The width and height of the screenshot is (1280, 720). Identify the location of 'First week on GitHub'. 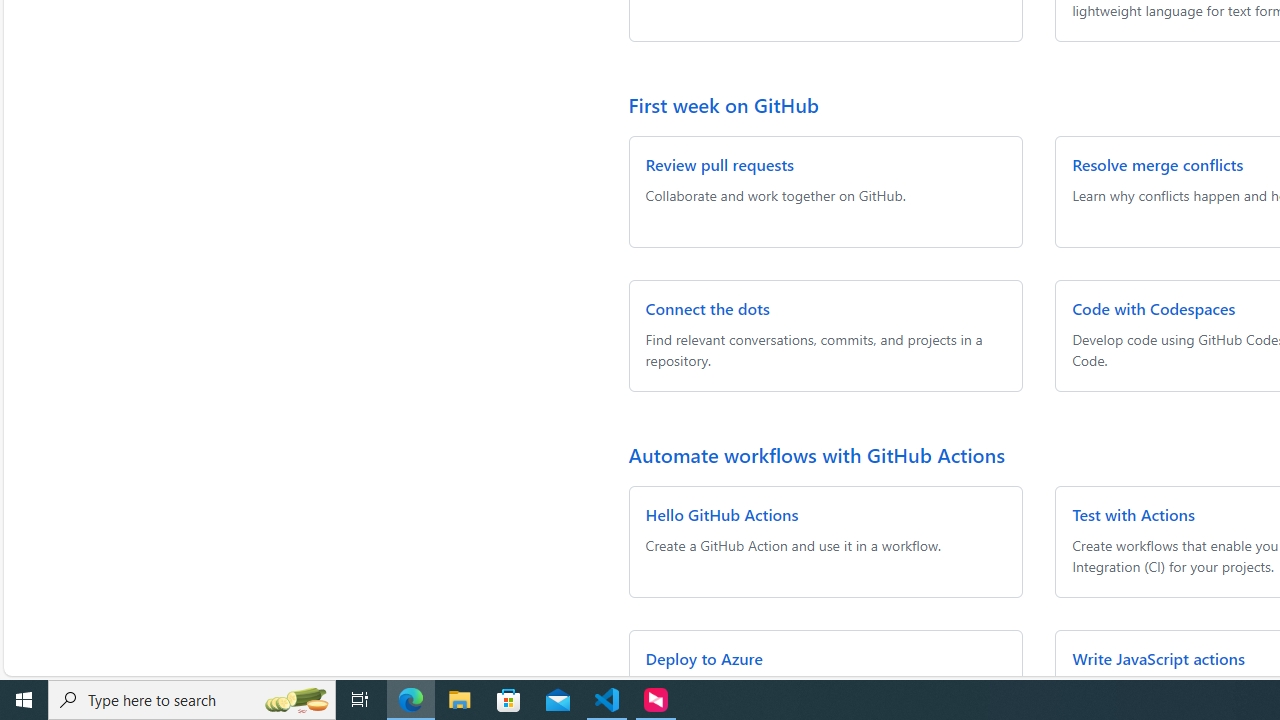
(722, 104).